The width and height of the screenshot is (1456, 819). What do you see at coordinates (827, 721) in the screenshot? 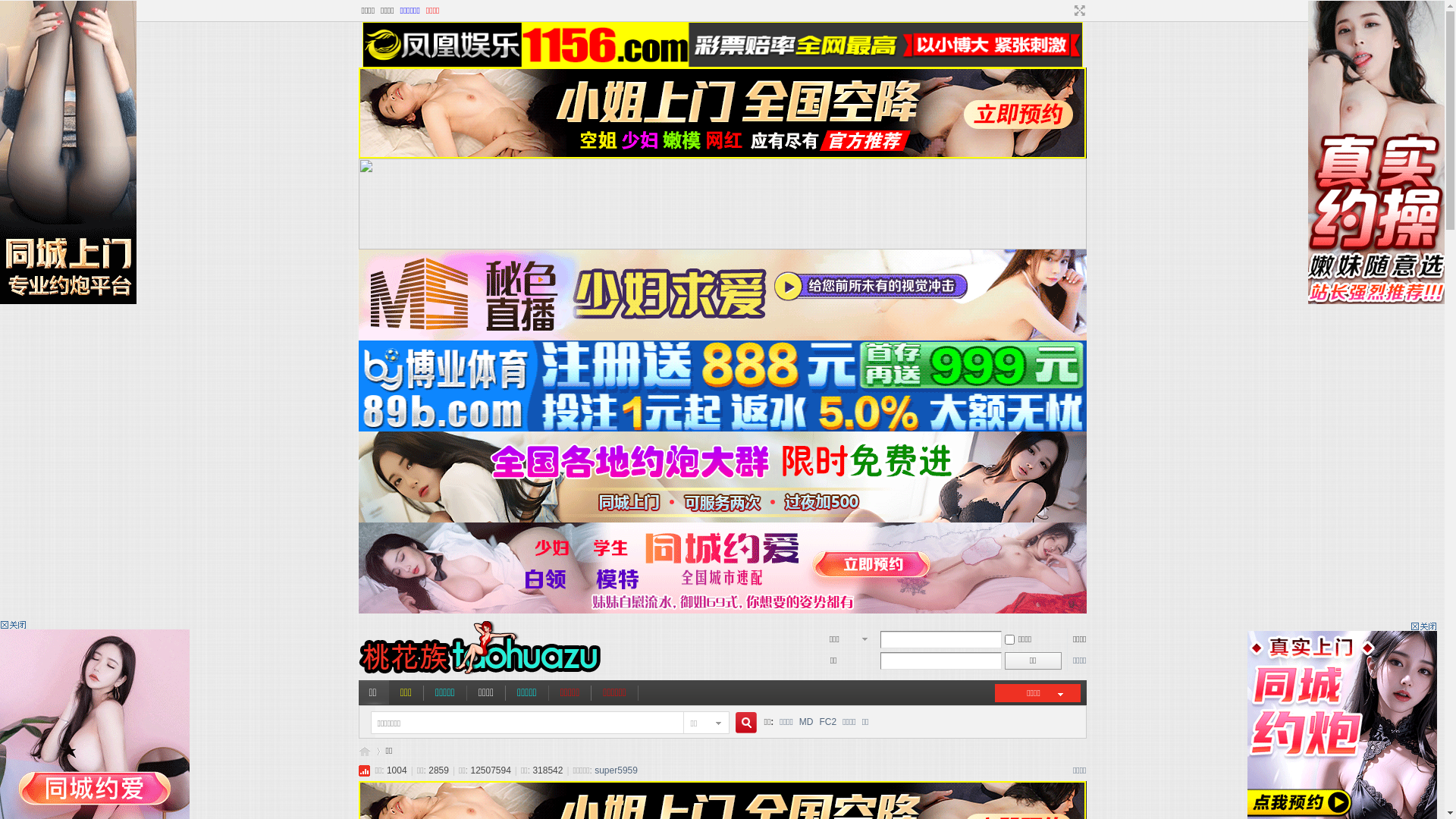
I see `'FC2'` at bounding box center [827, 721].